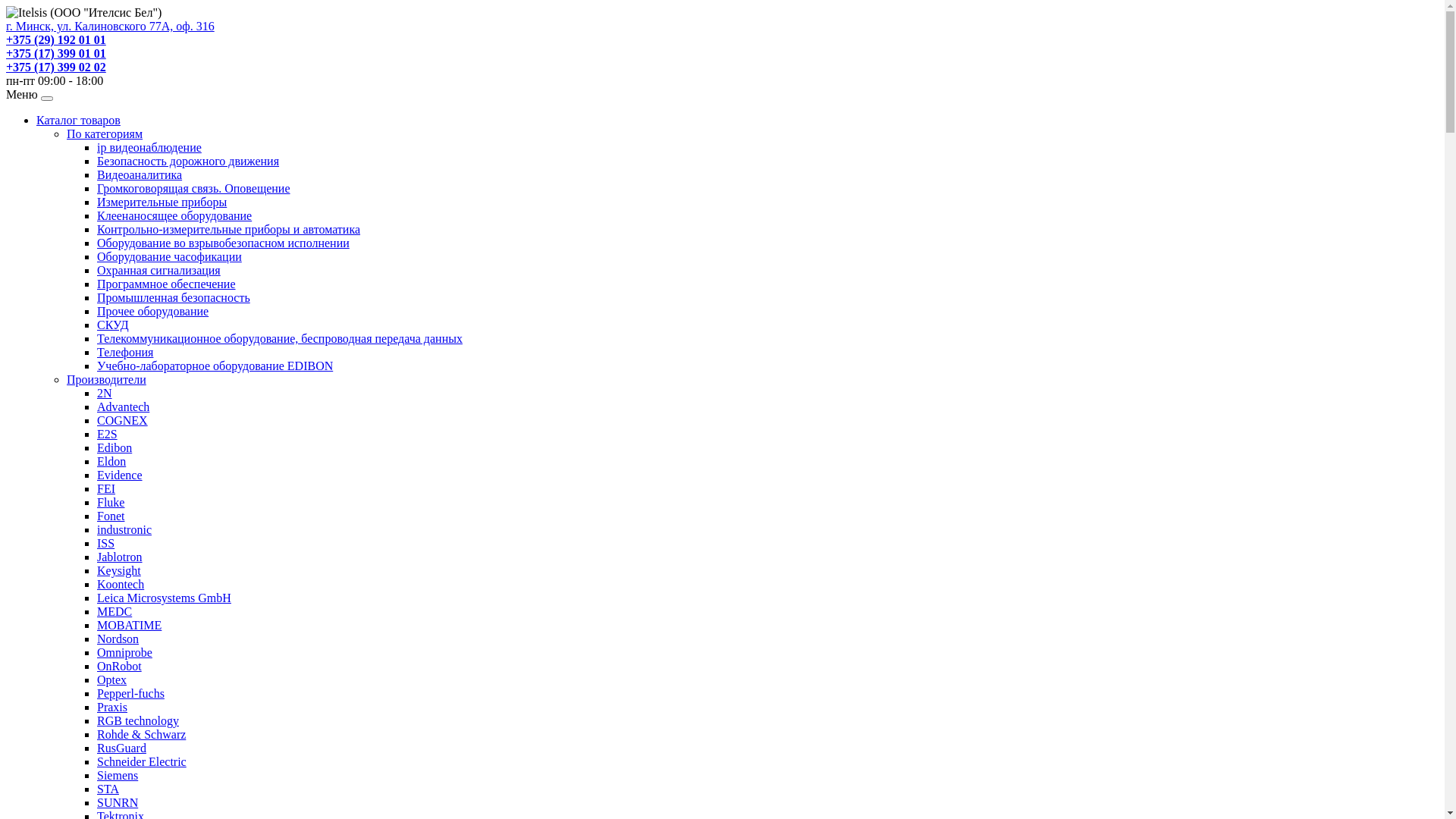 The width and height of the screenshot is (1456, 819). Describe the element at coordinates (119, 474) in the screenshot. I see `'Evidence'` at that location.